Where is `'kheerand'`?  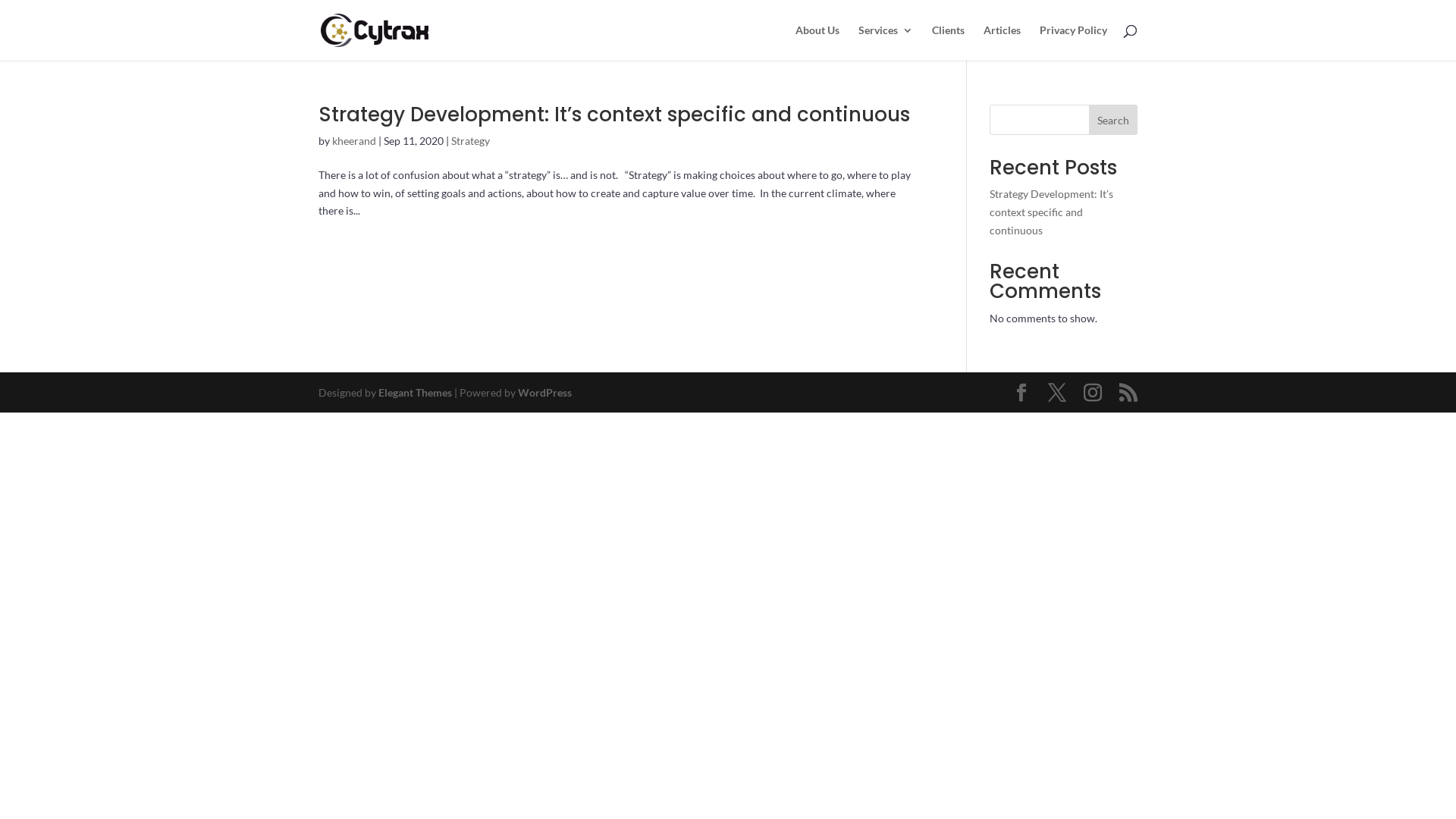
'kheerand' is located at coordinates (331, 140).